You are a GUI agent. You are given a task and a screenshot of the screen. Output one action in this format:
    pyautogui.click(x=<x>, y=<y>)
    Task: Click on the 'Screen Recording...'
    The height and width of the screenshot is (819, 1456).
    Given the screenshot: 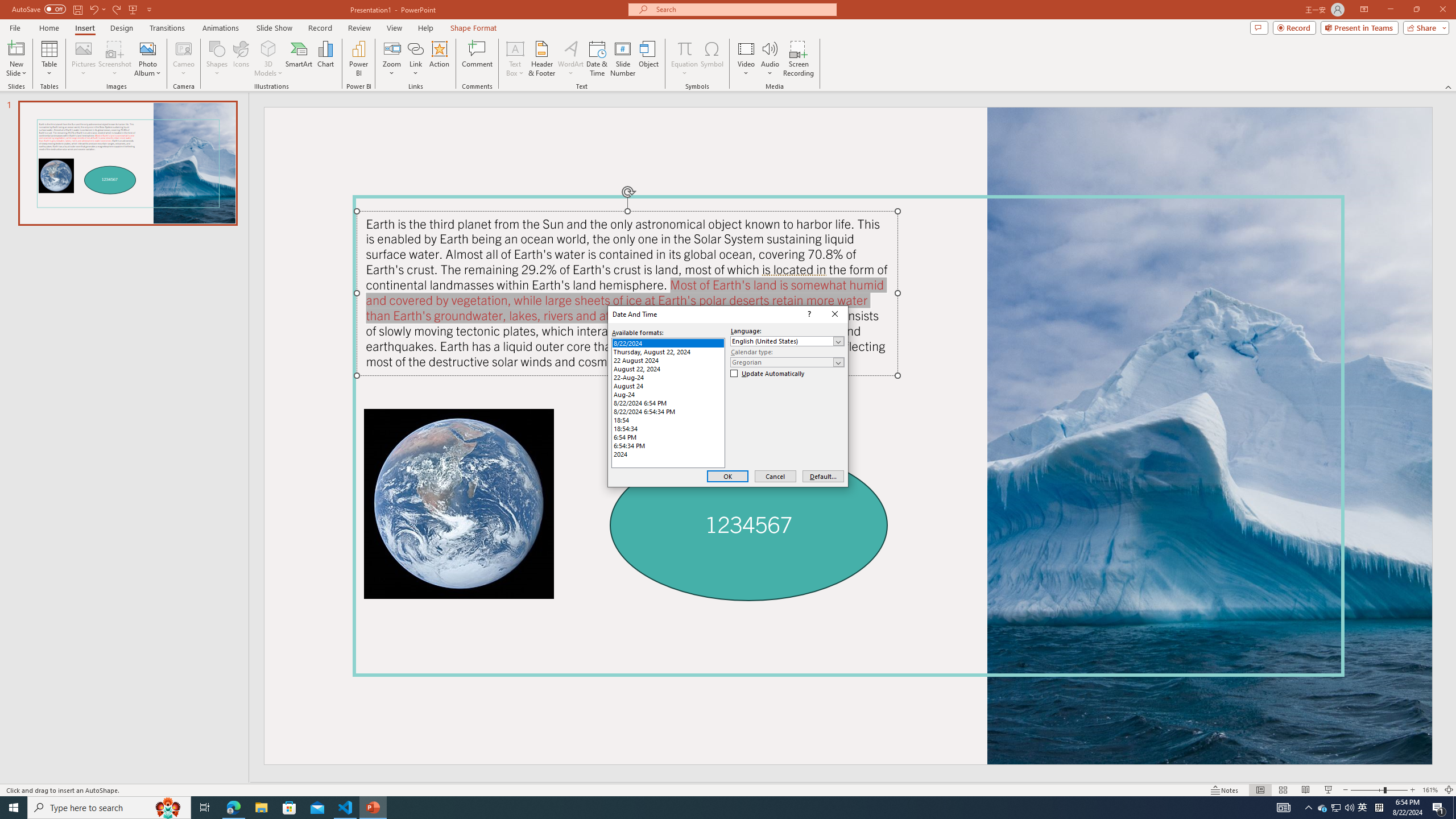 What is the action you would take?
    pyautogui.click(x=798, y=59)
    